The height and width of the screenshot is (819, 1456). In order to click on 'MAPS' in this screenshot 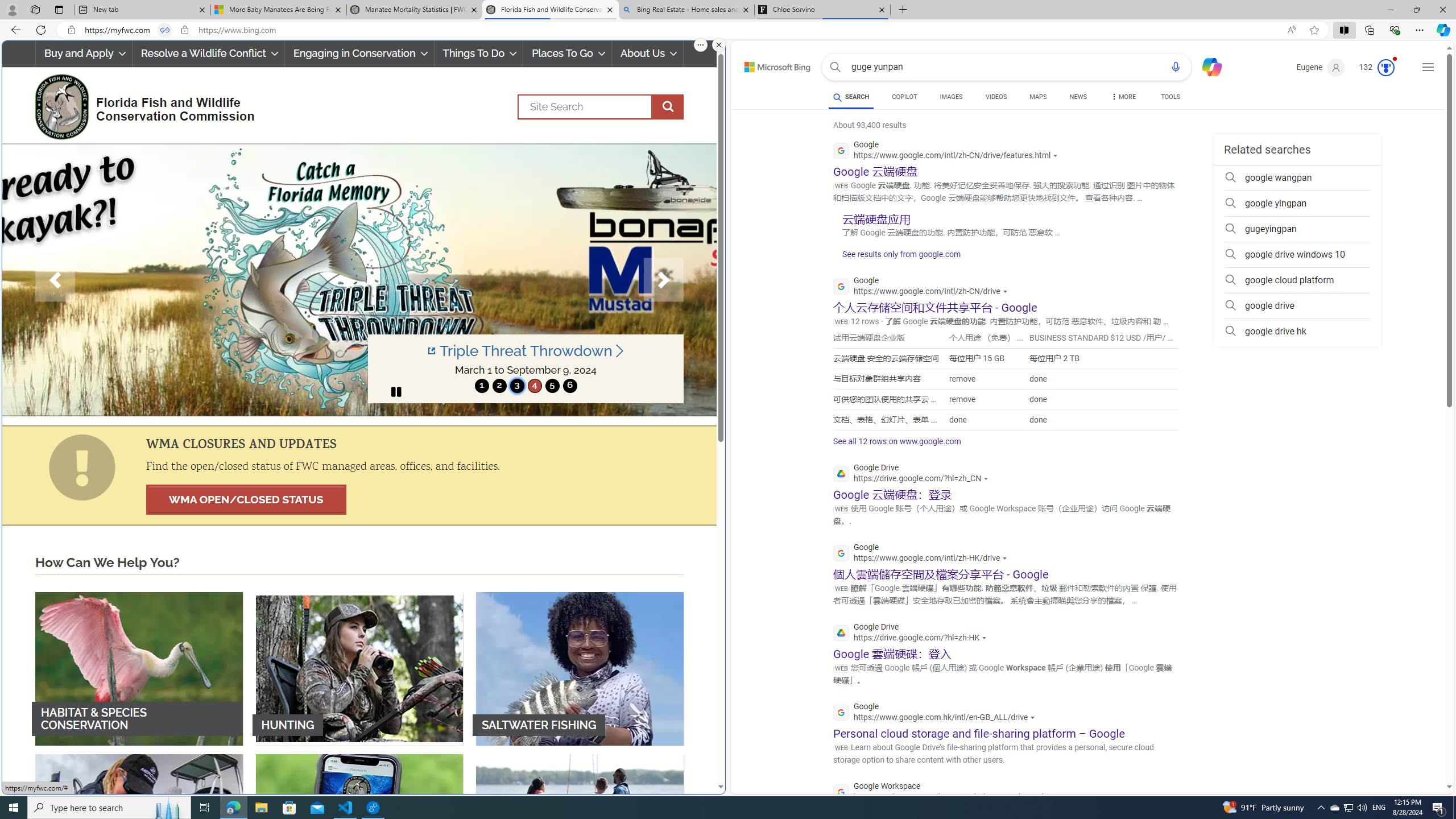, I will do `click(1038, 96)`.